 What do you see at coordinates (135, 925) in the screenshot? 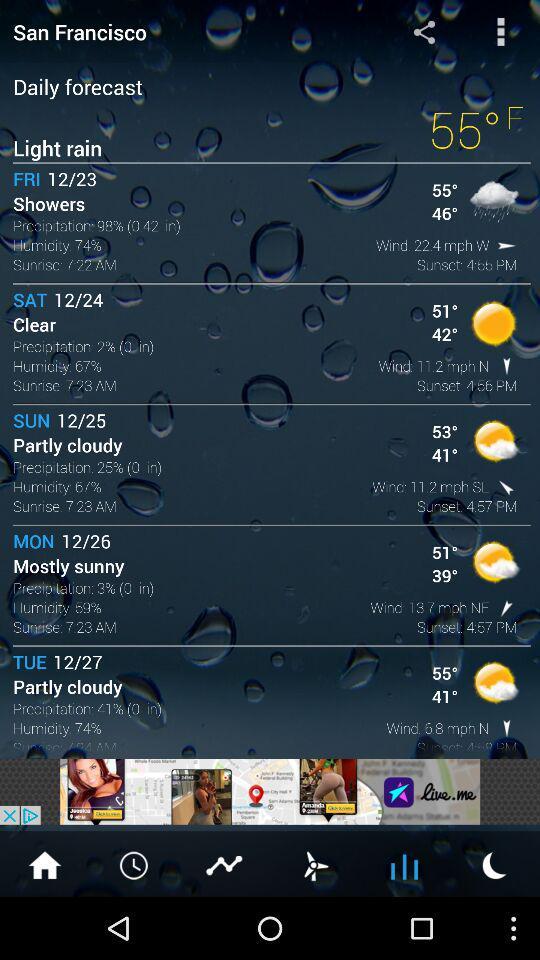
I see `the time icon` at bounding box center [135, 925].